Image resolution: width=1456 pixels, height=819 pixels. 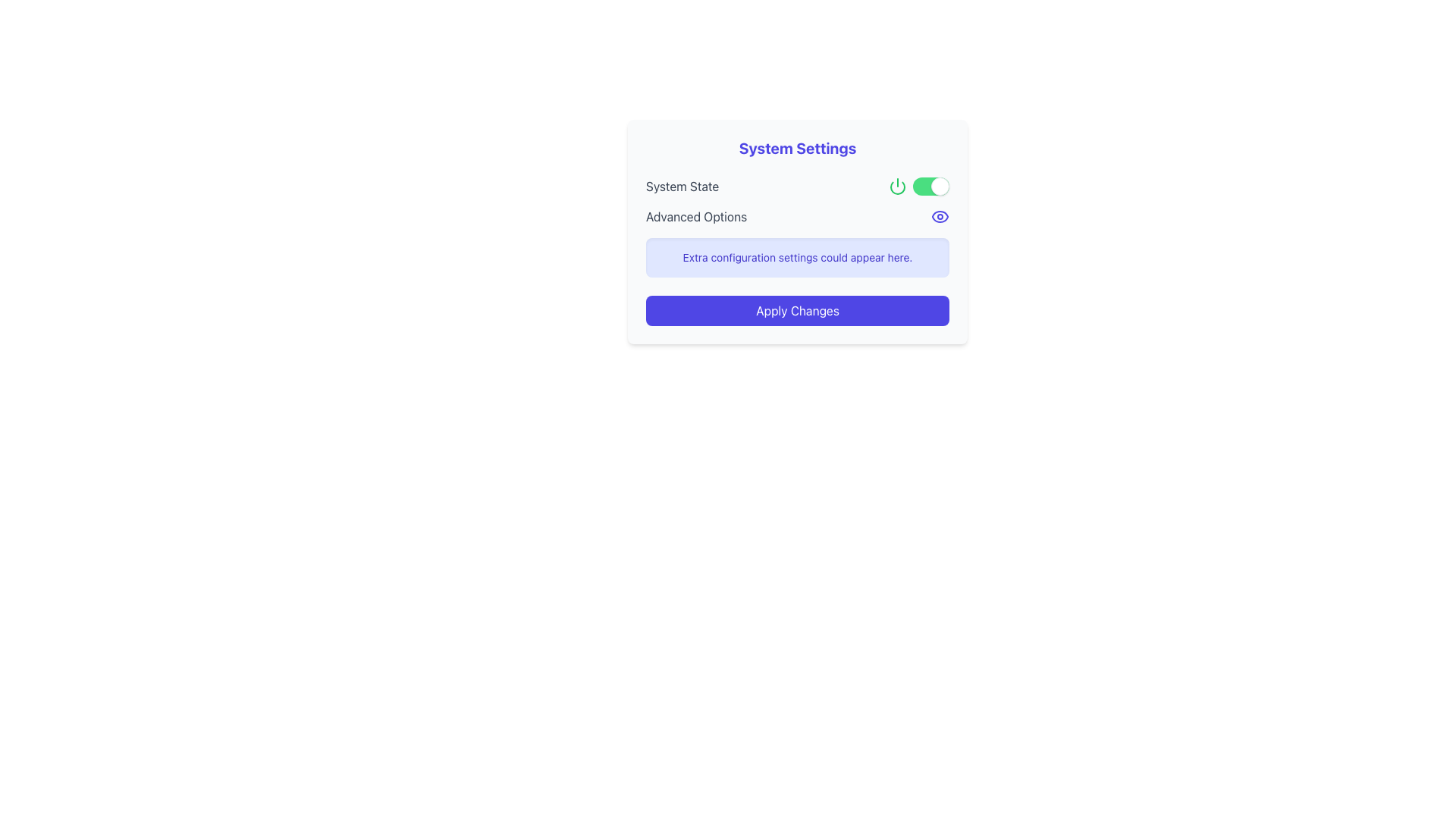 What do you see at coordinates (939, 216) in the screenshot?
I see `the eye-shaped icon button with a blue outline located to the far right of the 'Advanced Options' text` at bounding box center [939, 216].